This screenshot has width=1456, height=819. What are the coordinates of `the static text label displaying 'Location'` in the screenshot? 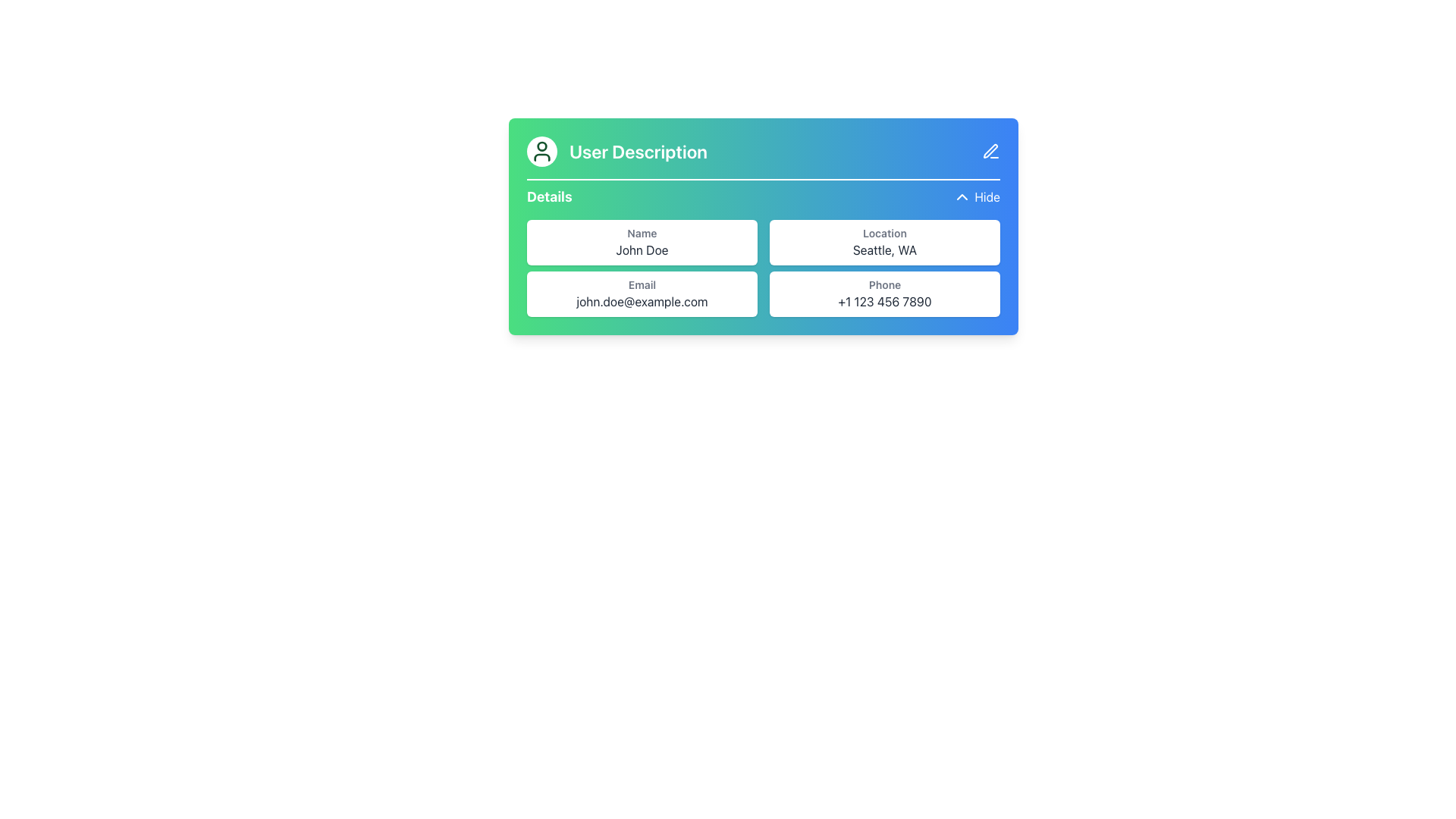 It's located at (884, 234).